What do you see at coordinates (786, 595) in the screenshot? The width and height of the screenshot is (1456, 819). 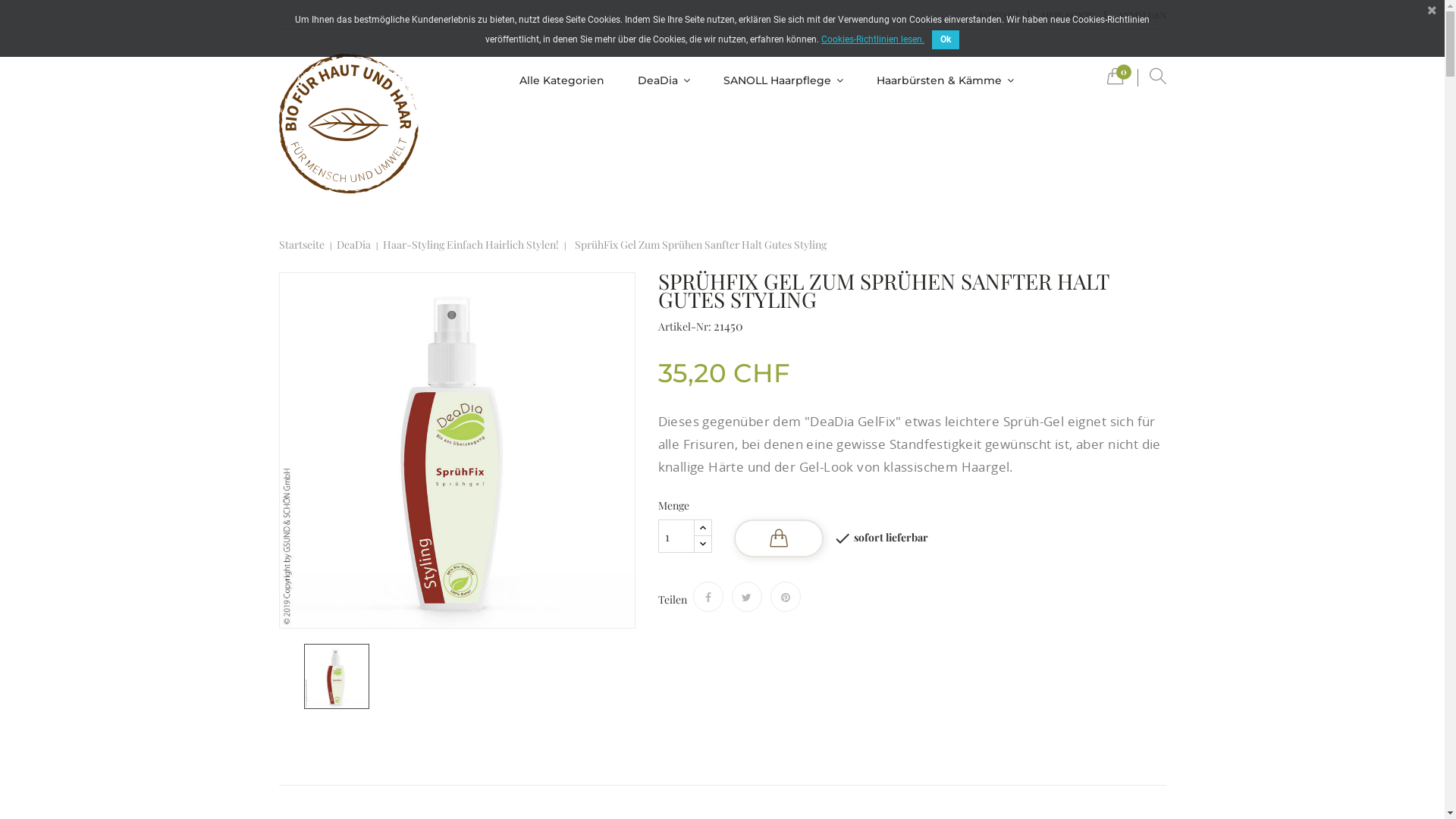 I see `'Pinterest'` at bounding box center [786, 595].